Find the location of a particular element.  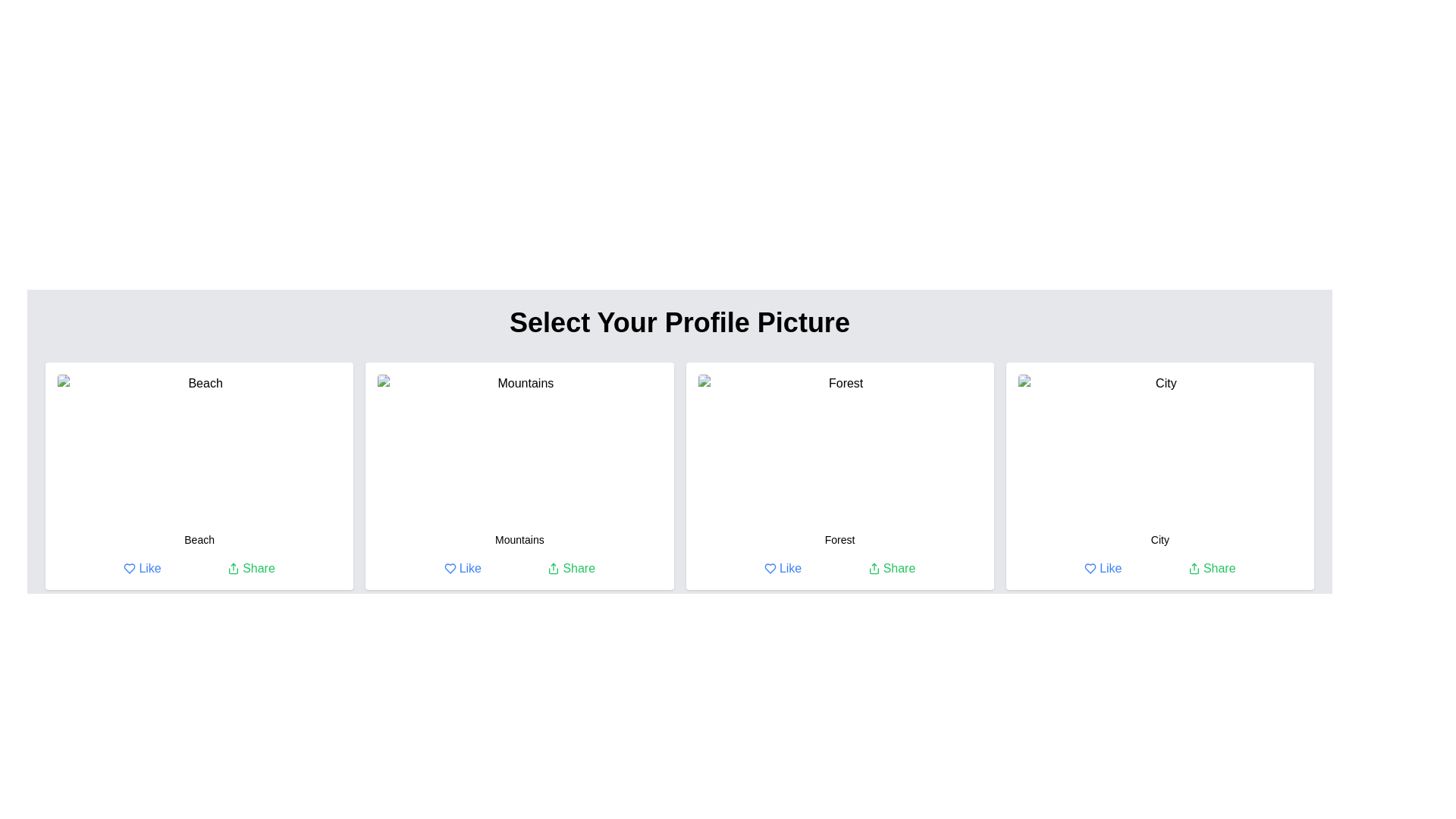

the blue 'Like' button with a heart-shaped icon, located below the 'Forest' image and to the left of the green 'Share' button, to like the associated content is located at coordinates (783, 568).